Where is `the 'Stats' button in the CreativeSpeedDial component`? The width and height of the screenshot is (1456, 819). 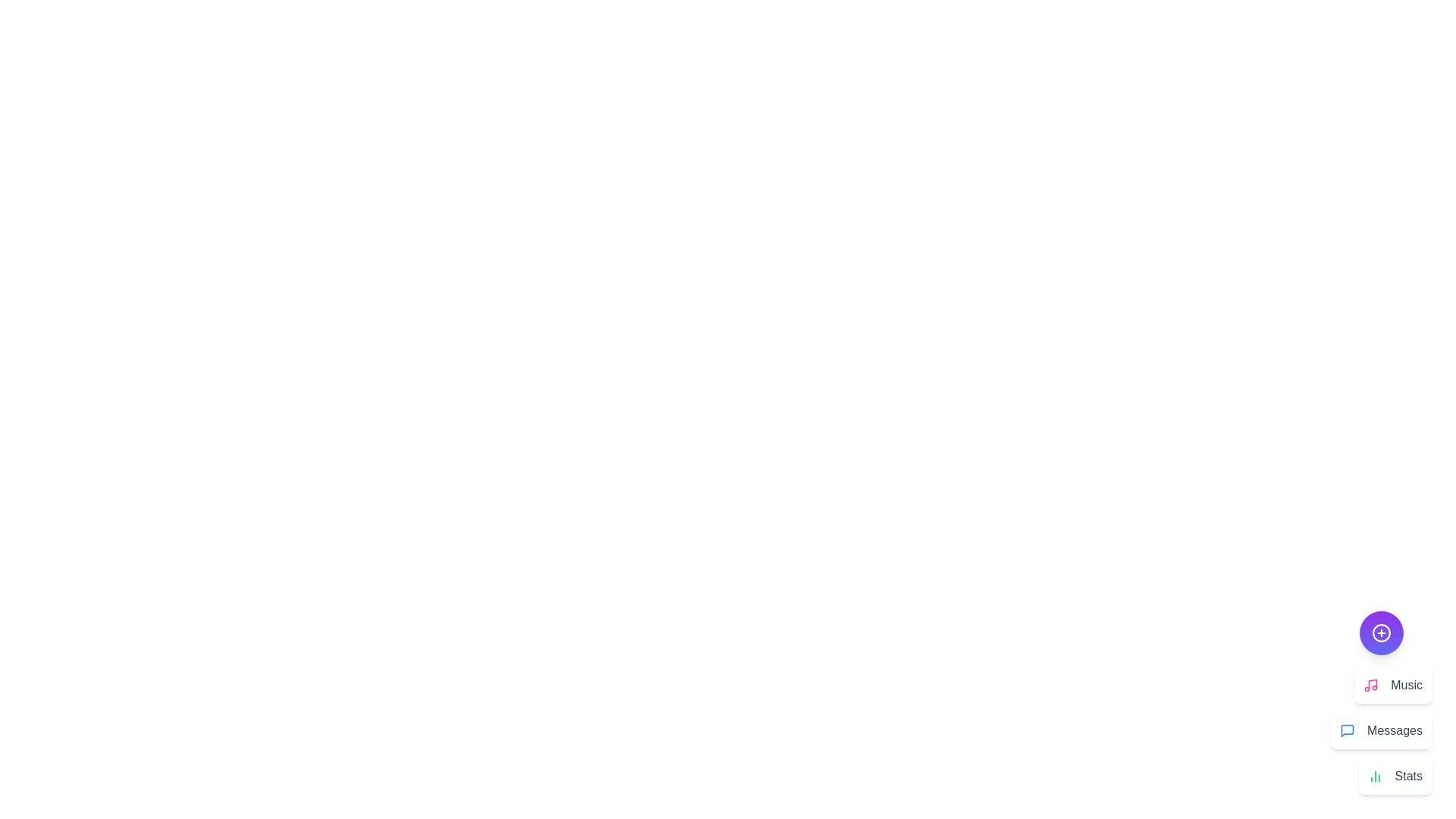 the 'Stats' button in the CreativeSpeedDial component is located at coordinates (1395, 776).